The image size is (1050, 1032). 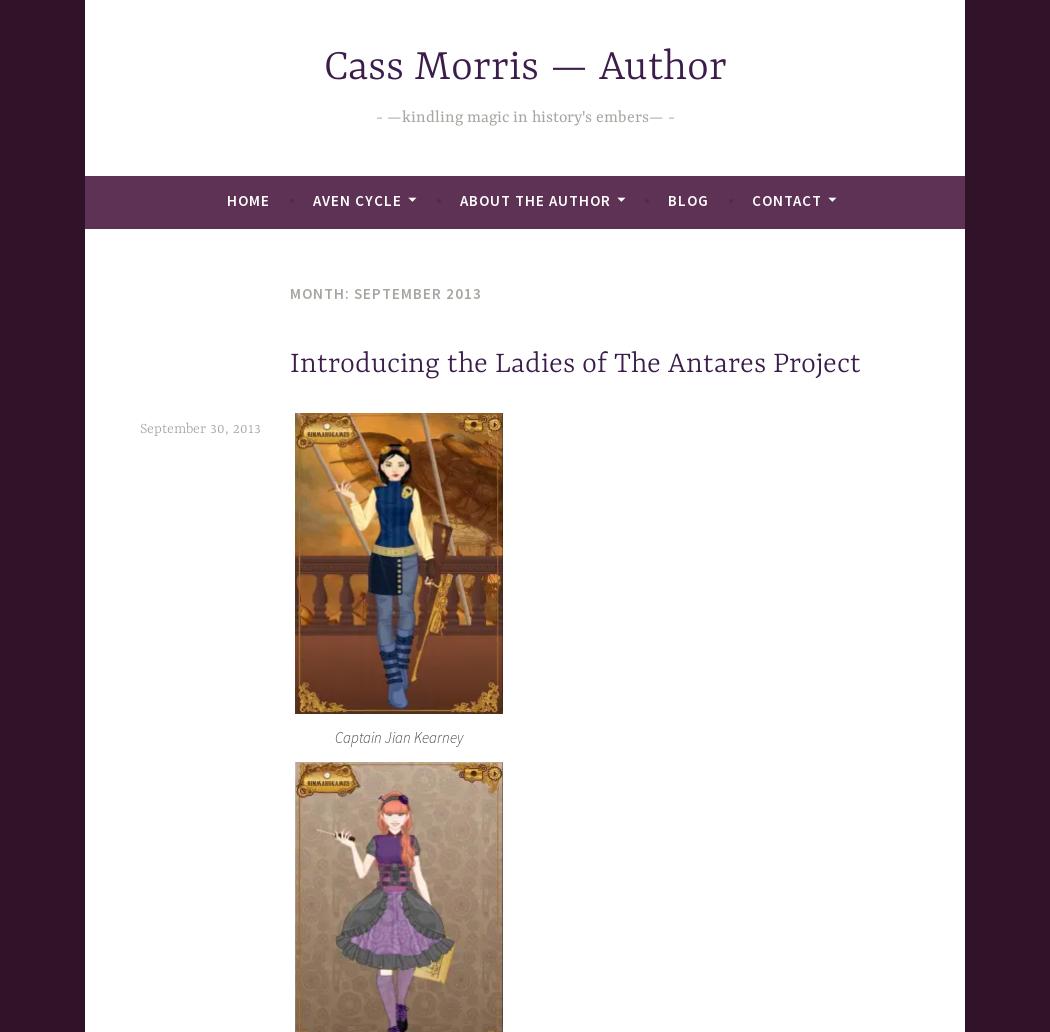 What do you see at coordinates (248, 199) in the screenshot?
I see `'Home'` at bounding box center [248, 199].